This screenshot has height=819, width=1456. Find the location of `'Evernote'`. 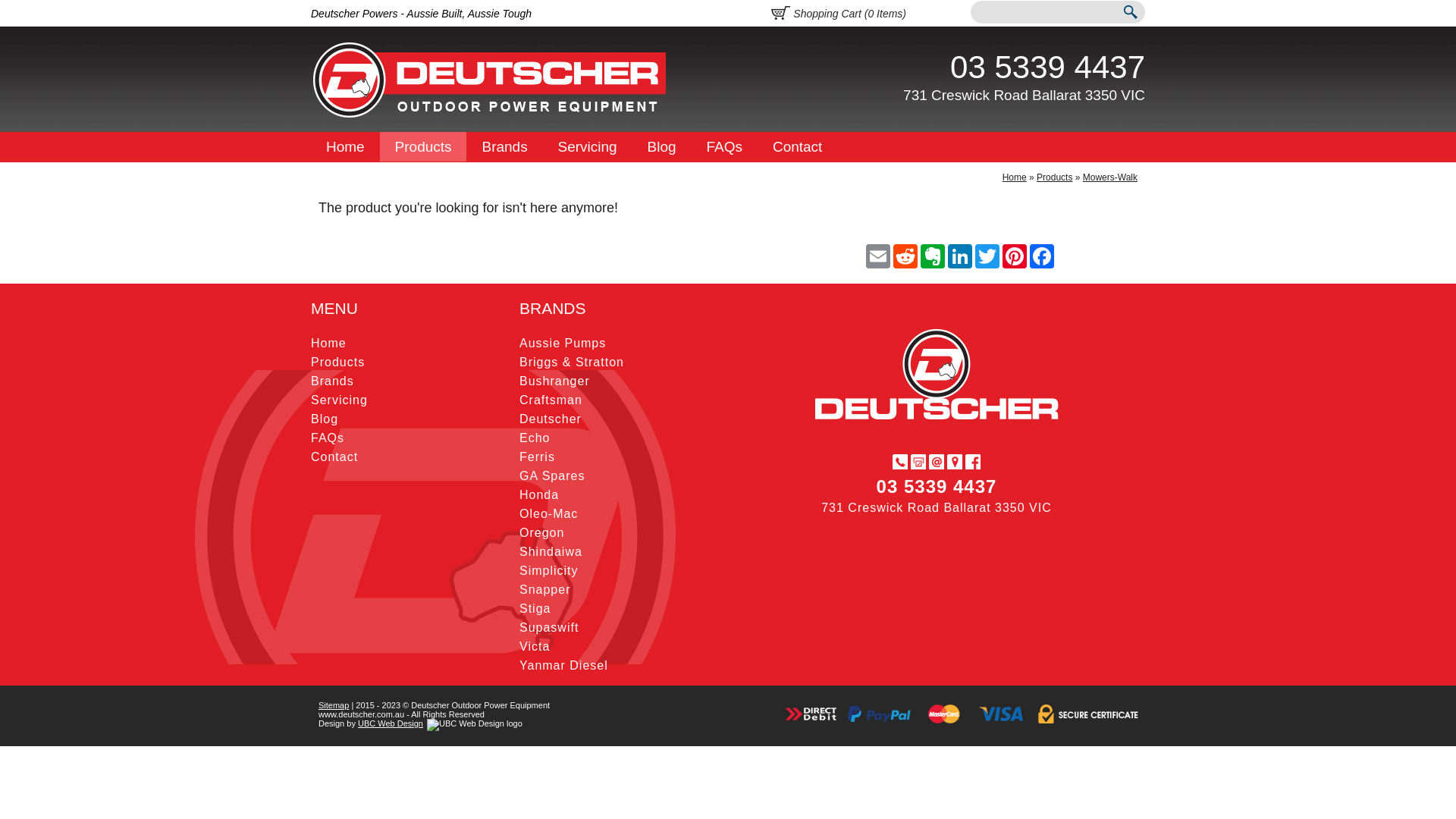

'Evernote' is located at coordinates (931, 256).